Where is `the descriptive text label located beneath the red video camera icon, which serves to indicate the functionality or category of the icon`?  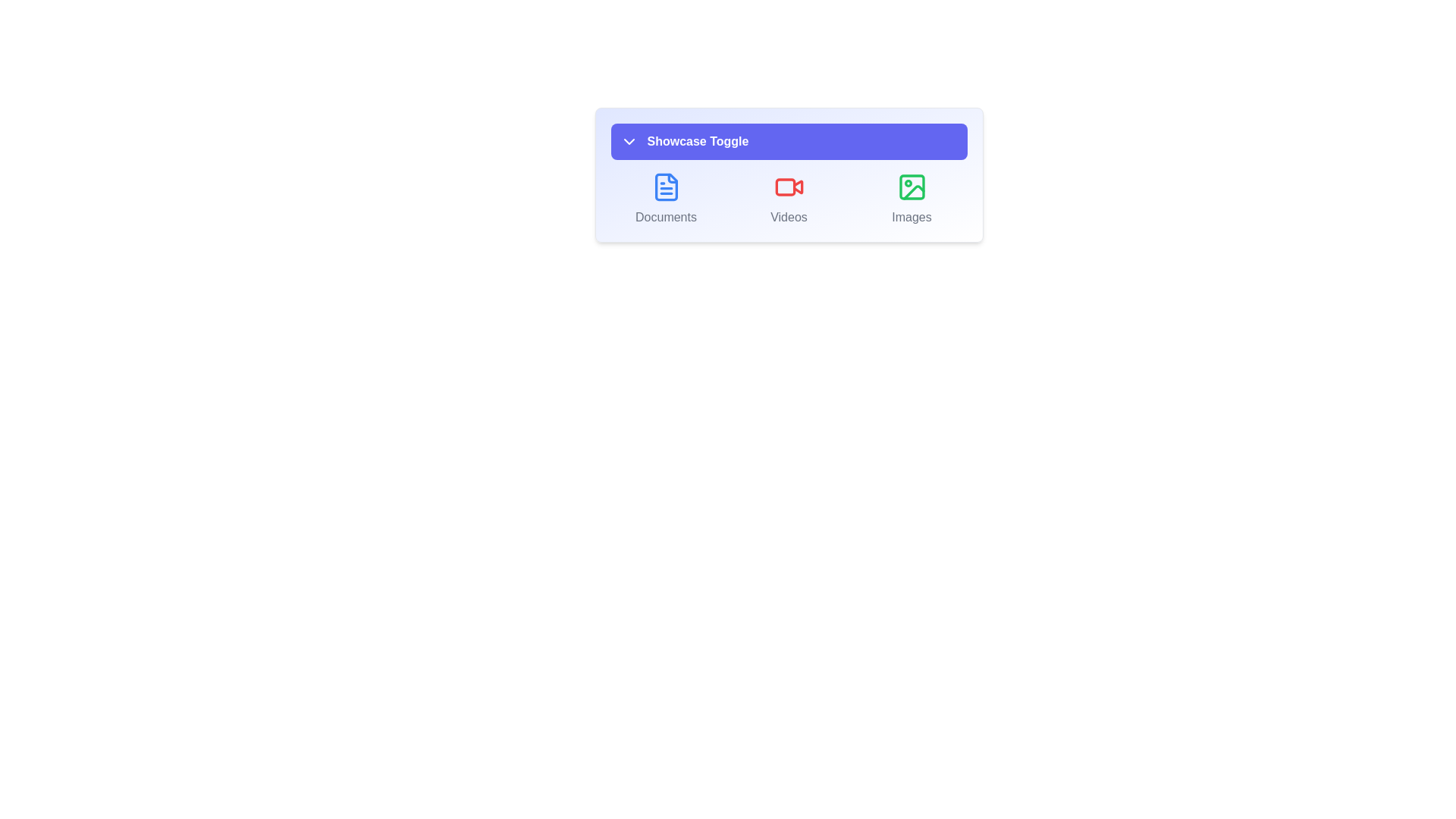
the descriptive text label located beneath the red video camera icon, which serves to indicate the functionality or category of the icon is located at coordinates (789, 217).